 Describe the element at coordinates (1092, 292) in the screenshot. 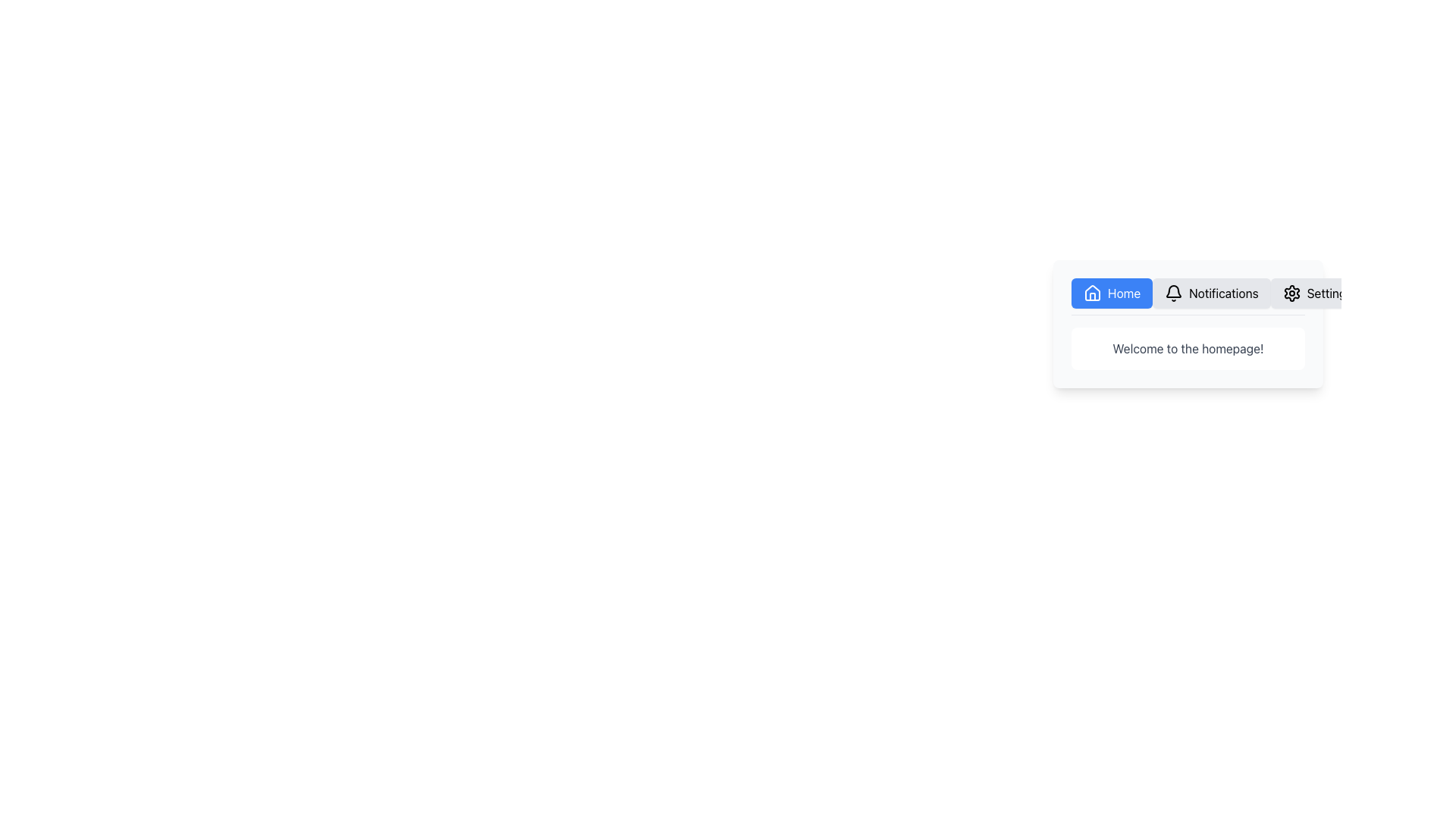

I see `the simplistic house-shaped vector graphic icon located within the blue 'Home' button in the navigation bar` at that location.